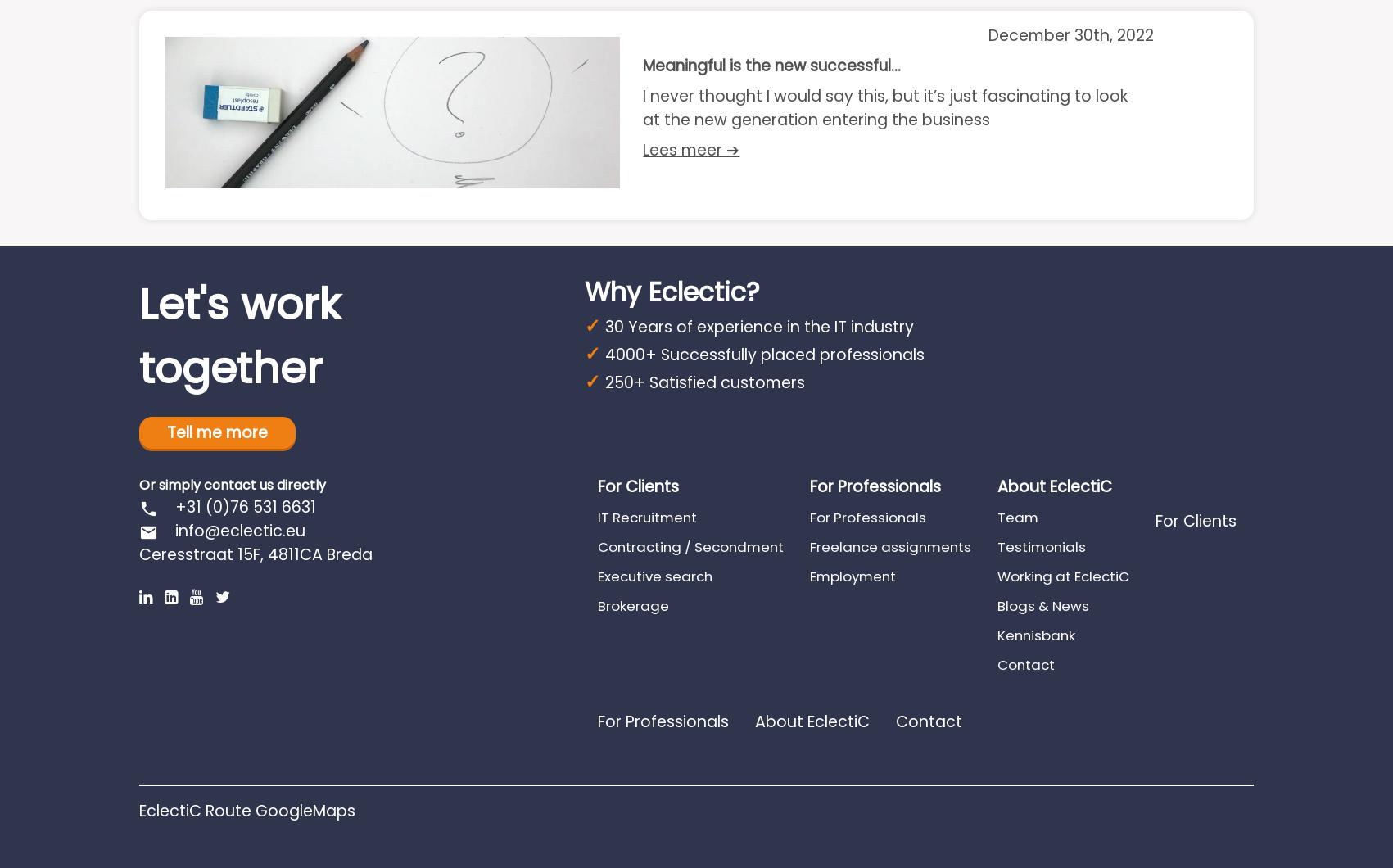 The height and width of the screenshot is (868, 1393). Describe the element at coordinates (147, 531) in the screenshot. I see `'email'` at that location.